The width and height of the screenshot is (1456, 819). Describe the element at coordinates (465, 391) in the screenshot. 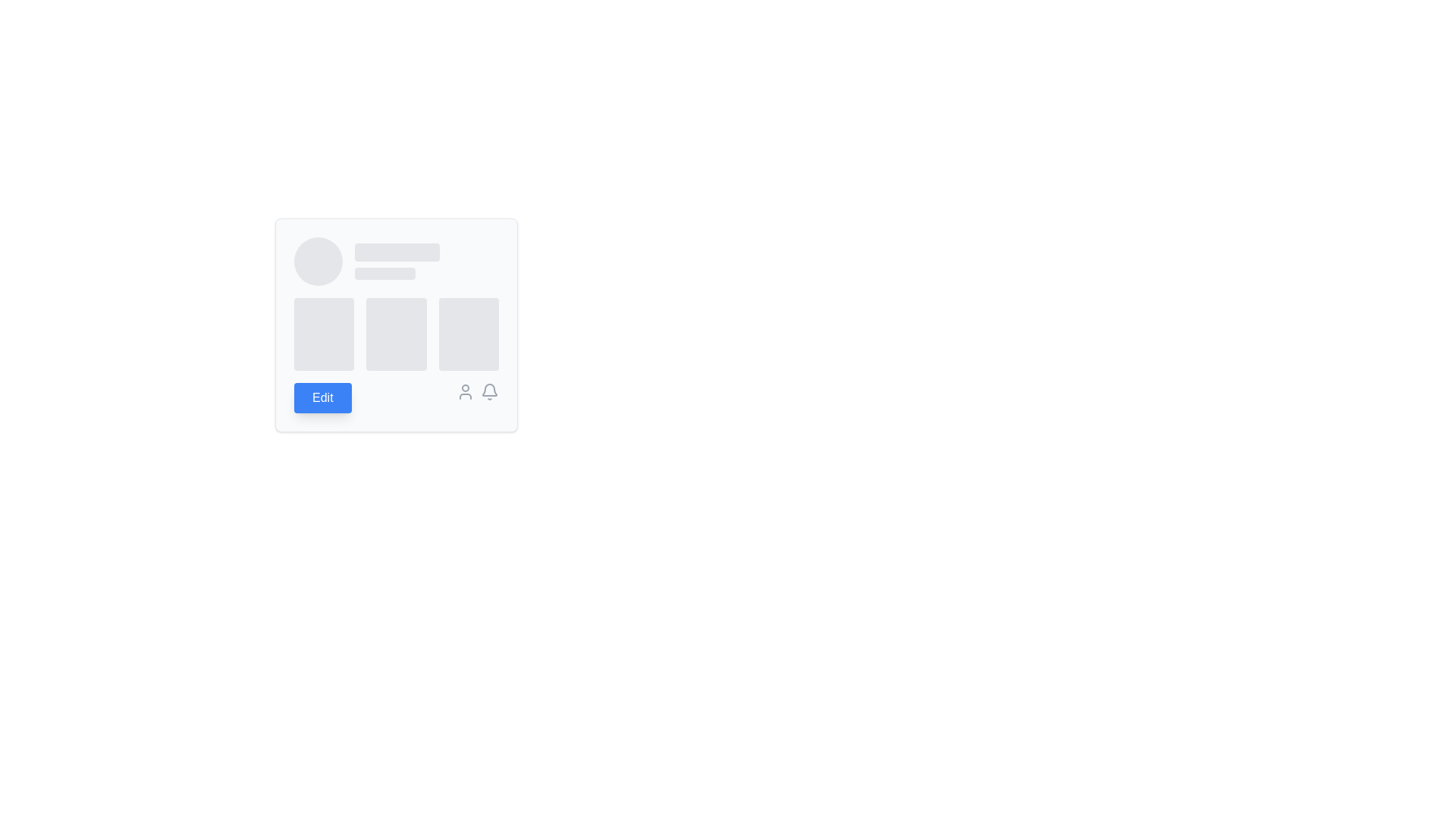

I see `the user icon located at the lower section of the card component, positioned to the left of the bell icon` at that location.